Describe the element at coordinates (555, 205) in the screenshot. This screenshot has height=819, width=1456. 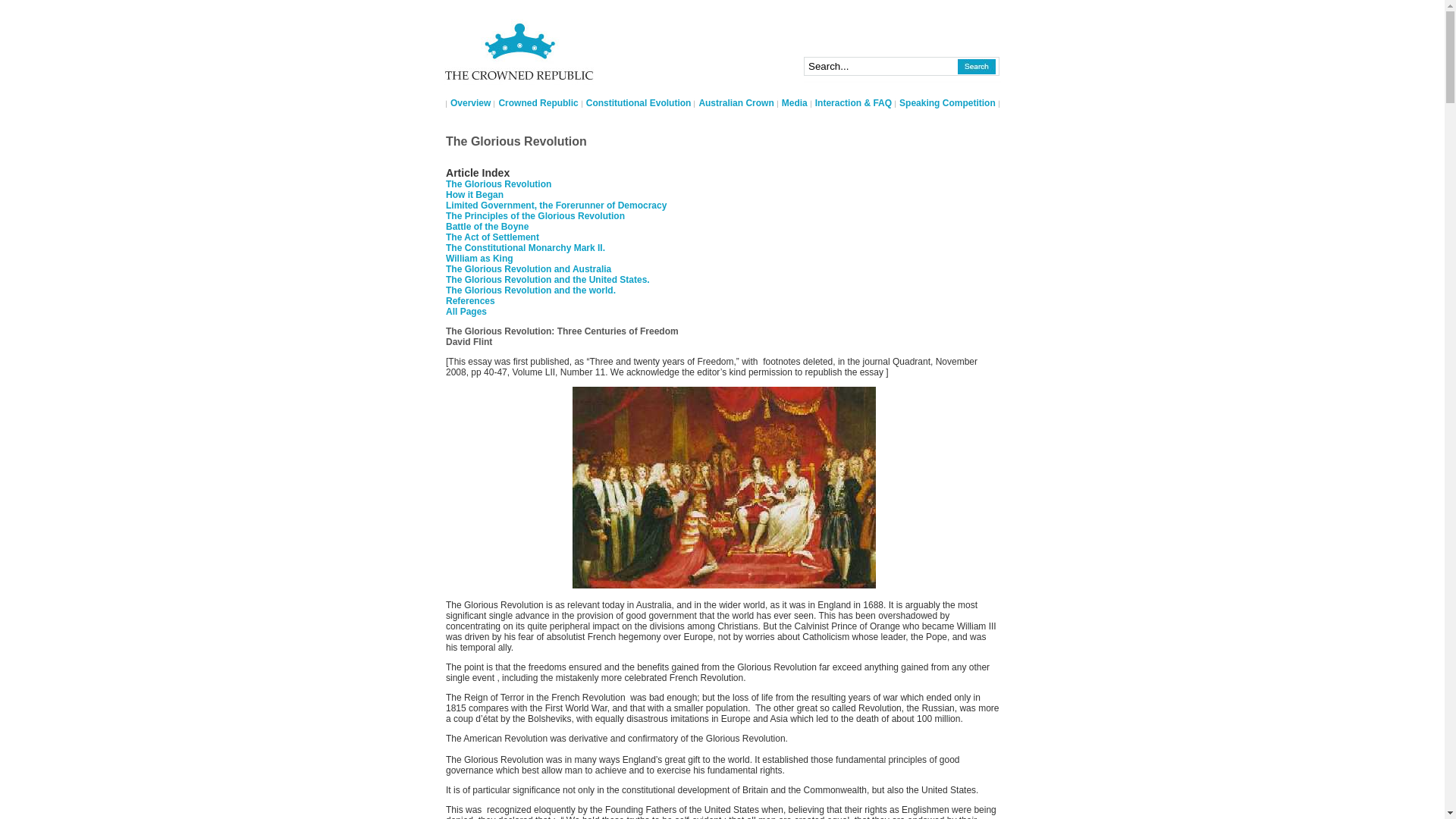
I see `'Limited Government, the Forerunner of Democracy'` at that location.